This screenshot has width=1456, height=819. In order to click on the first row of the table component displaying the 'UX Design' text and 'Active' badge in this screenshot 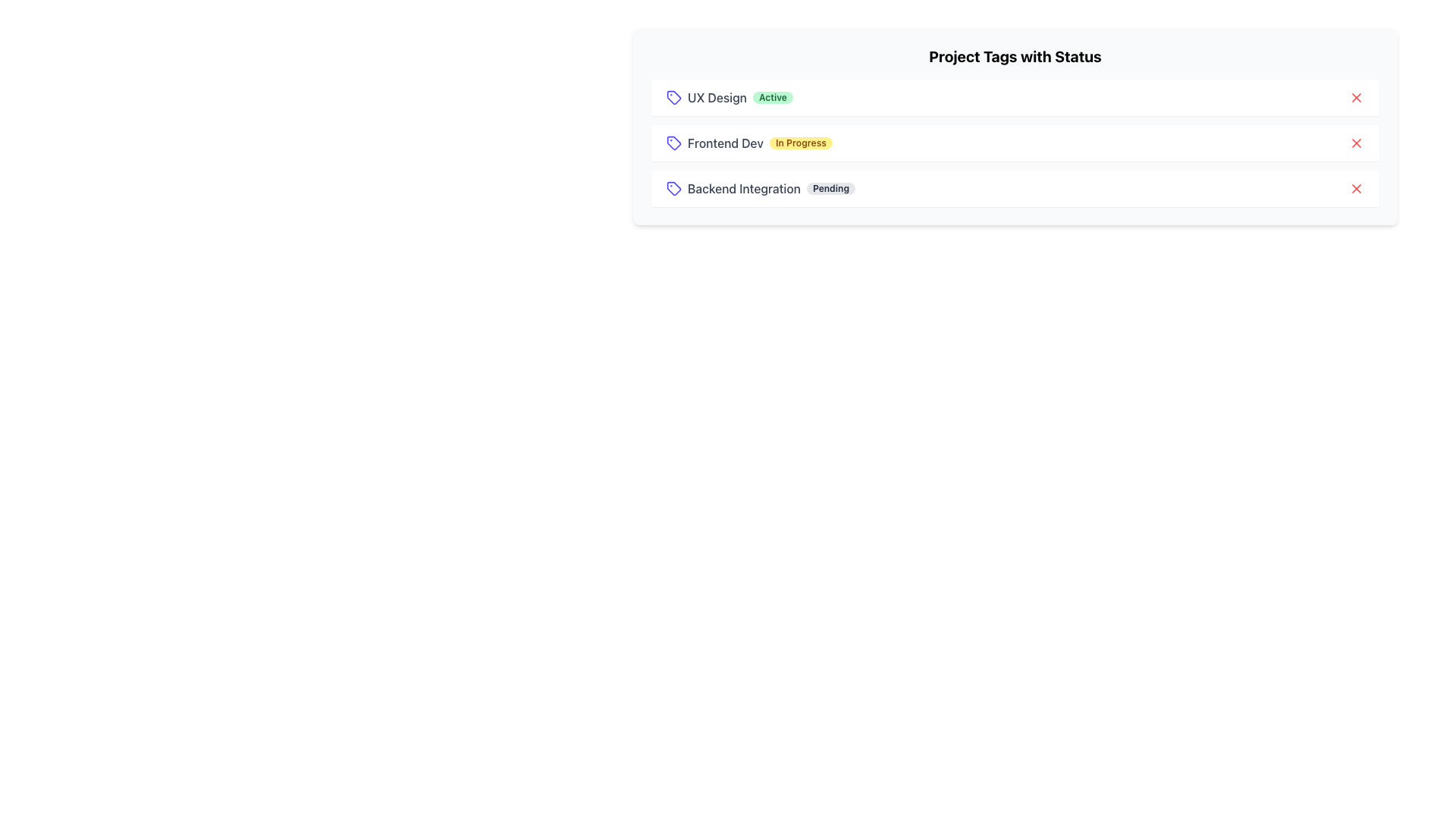, I will do `click(730, 97)`.